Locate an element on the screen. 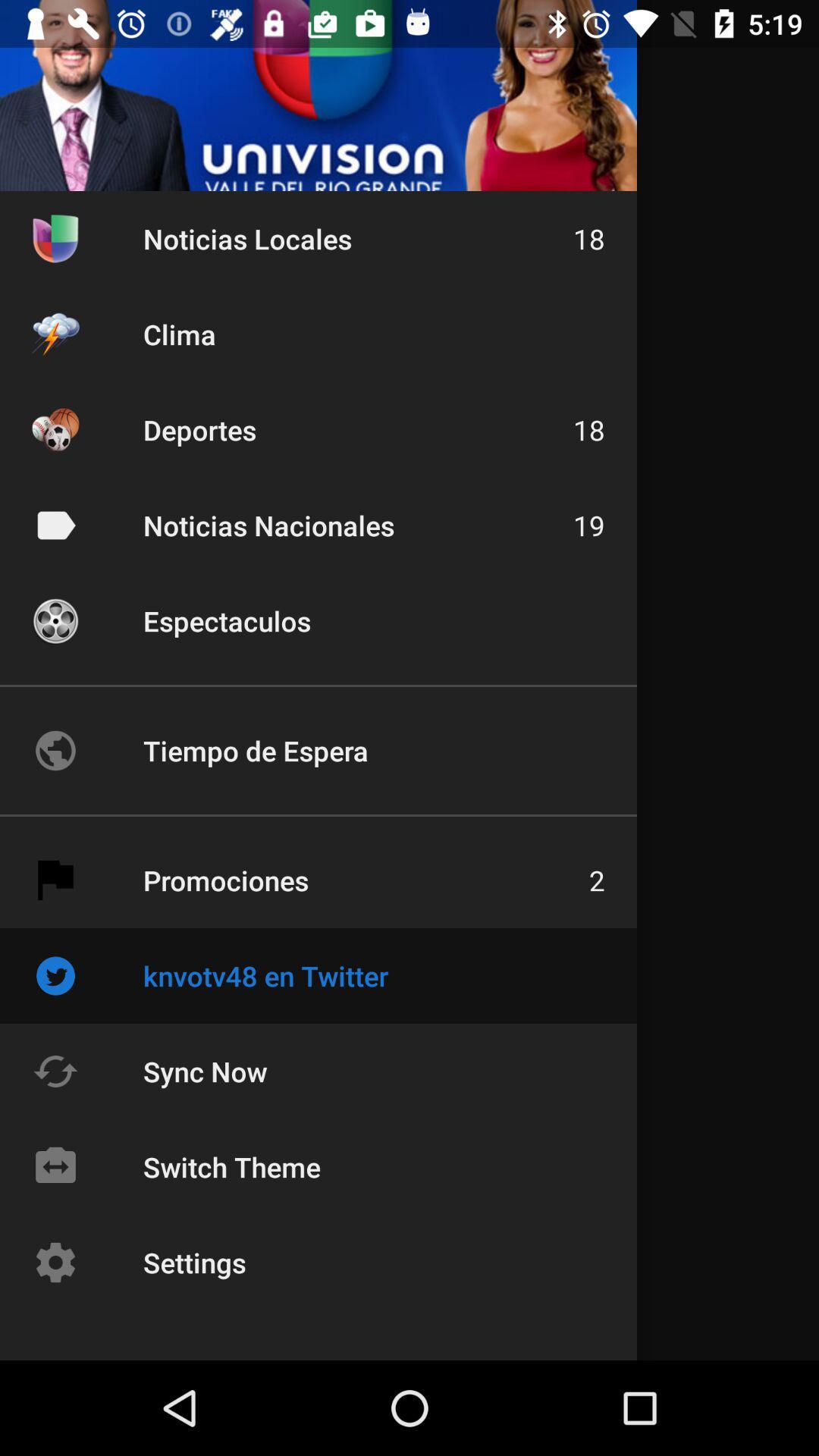  the icon which is left to the promociones is located at coordinates (55, 880).